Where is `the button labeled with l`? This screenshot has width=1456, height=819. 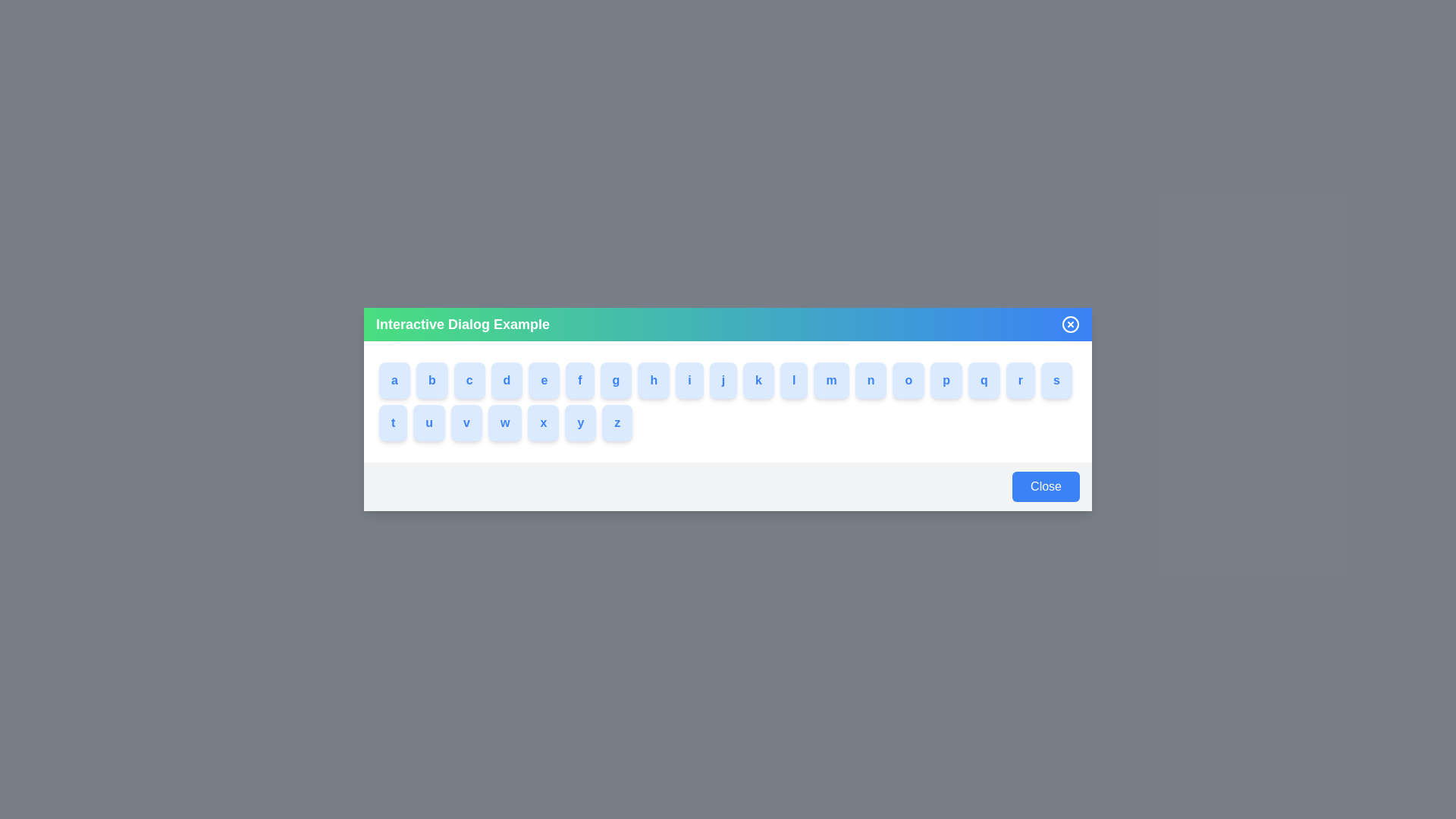 the button labeled with l is located at coordinates (811, 379).